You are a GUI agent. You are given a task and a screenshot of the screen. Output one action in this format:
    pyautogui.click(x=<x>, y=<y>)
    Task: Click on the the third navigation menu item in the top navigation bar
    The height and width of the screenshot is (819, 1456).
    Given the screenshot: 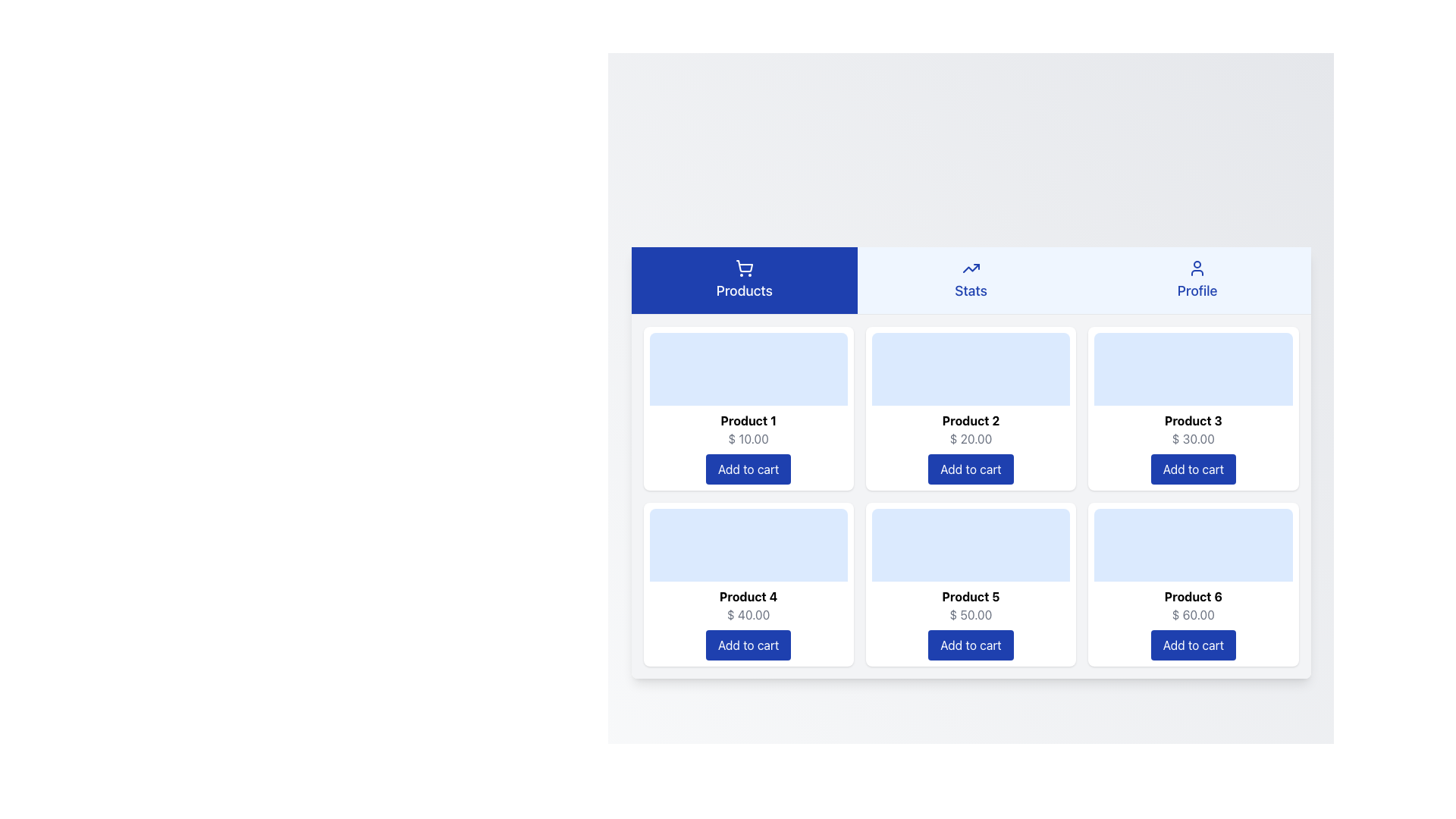 What is the action you would take?
    pyautogui.click(x=1197, y=280)
    